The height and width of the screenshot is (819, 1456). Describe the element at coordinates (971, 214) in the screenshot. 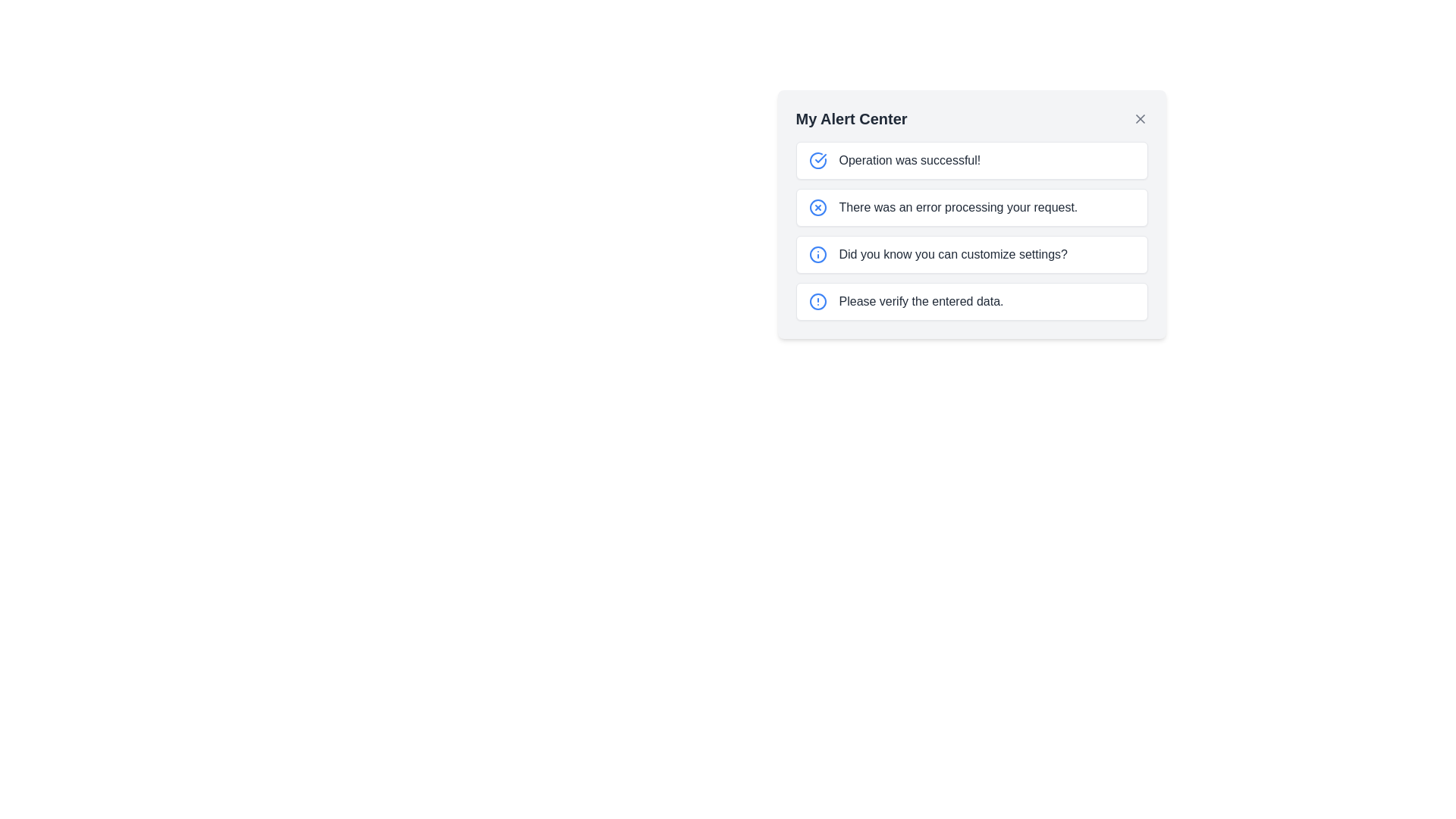

I see `the icon on the second alert message in the 'My Alert Center' panel` at that location.